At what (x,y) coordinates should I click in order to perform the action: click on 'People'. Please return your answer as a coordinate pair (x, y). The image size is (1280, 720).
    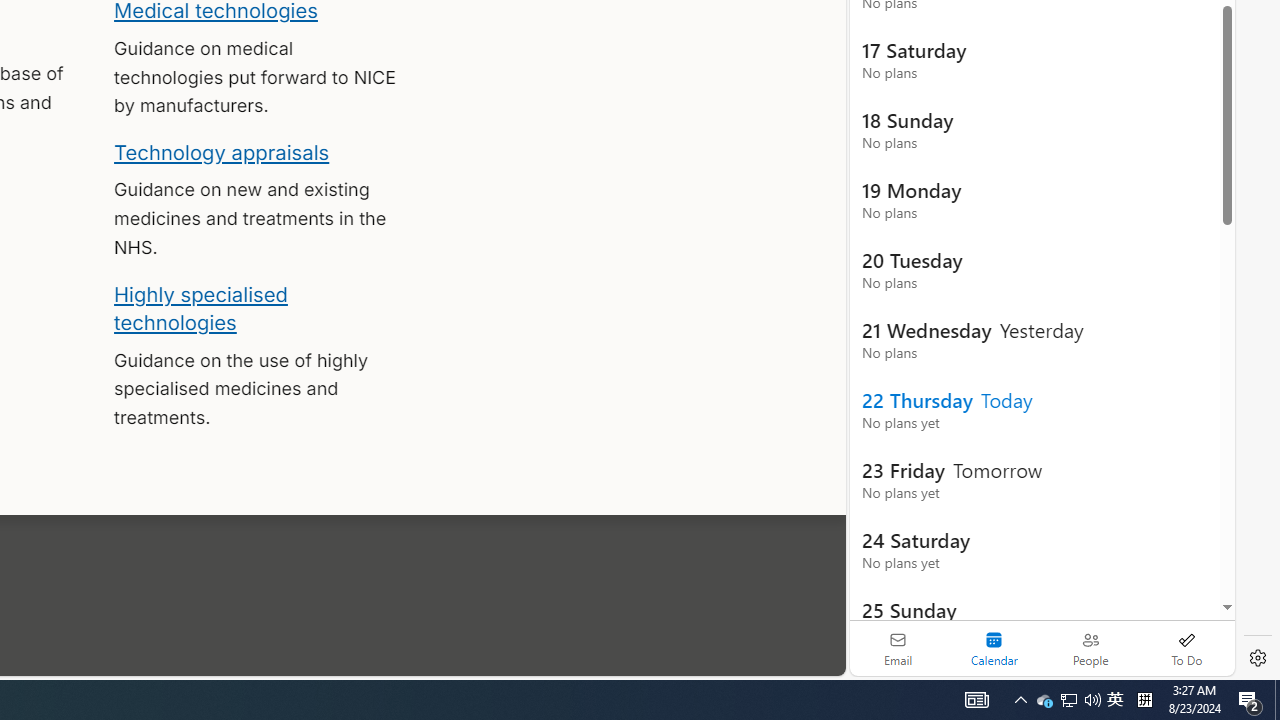
    Looking at the image, I should click on (1089, 648).